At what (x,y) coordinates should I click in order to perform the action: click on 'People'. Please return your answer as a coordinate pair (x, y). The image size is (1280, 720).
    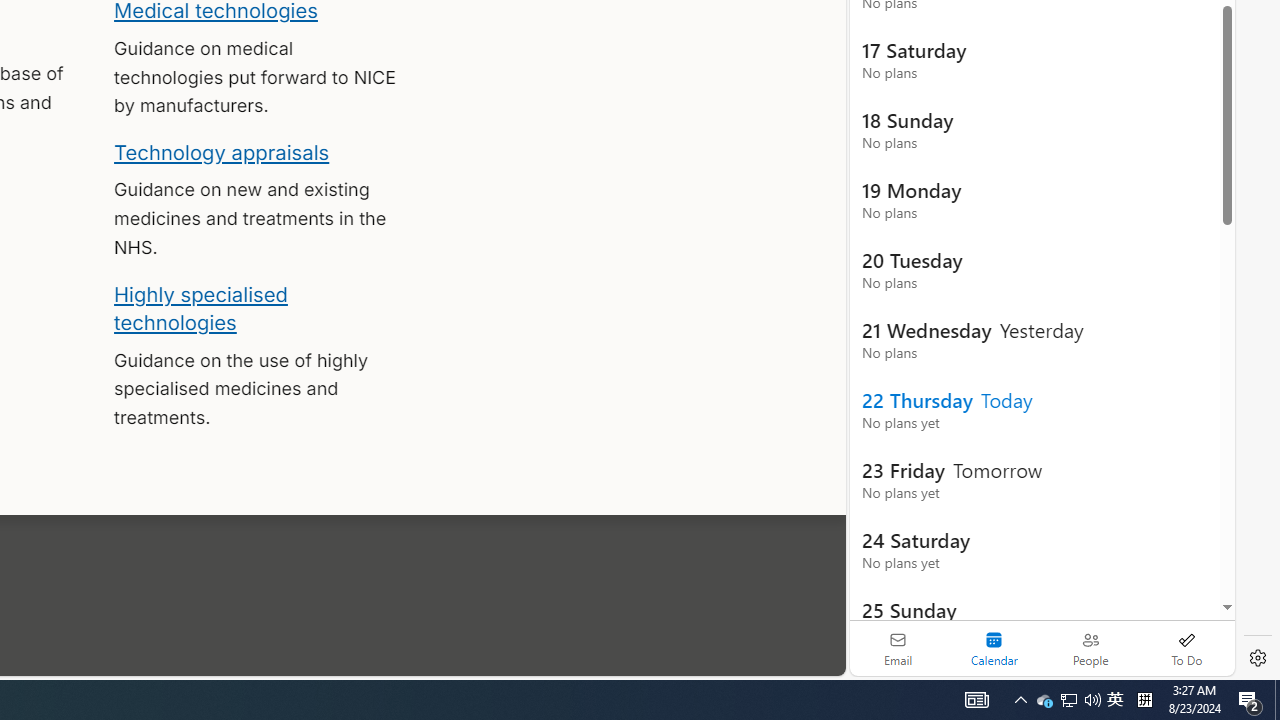
    Looking at the image, I should click on (1089, 648).